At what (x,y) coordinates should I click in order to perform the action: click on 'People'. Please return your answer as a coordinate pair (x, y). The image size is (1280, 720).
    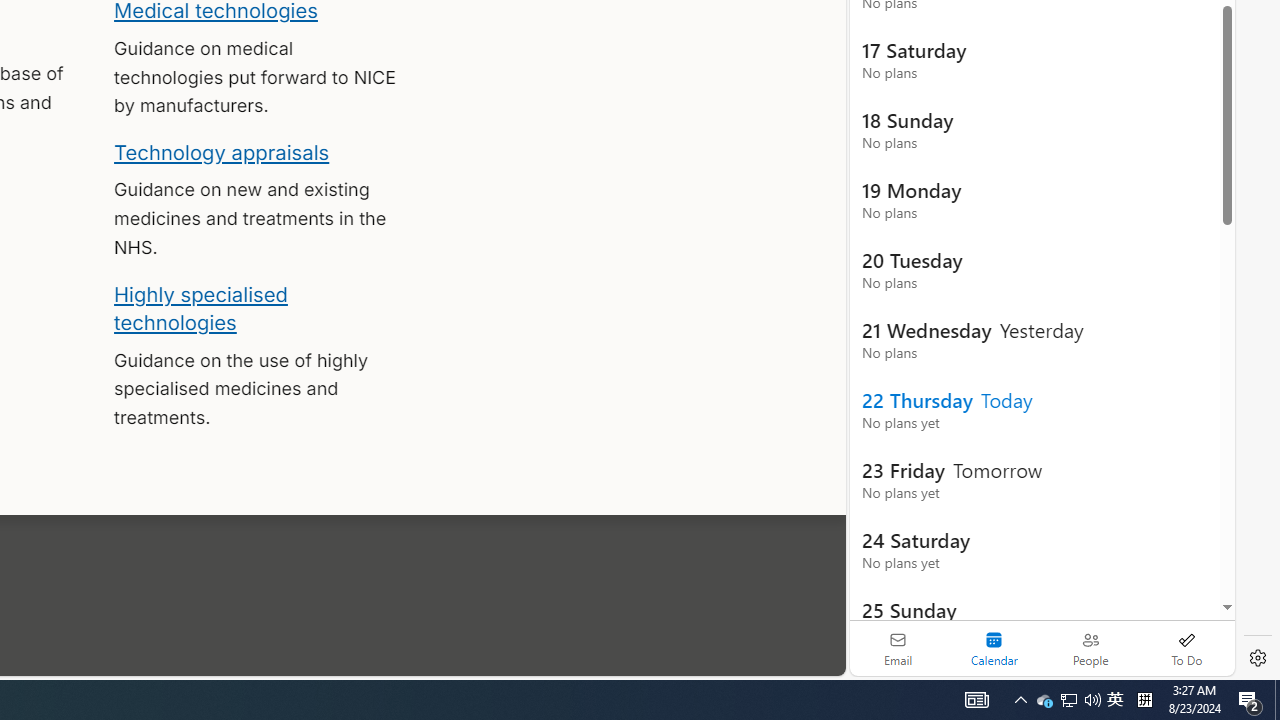
    Looking at the image, I should click on (1089, 648).